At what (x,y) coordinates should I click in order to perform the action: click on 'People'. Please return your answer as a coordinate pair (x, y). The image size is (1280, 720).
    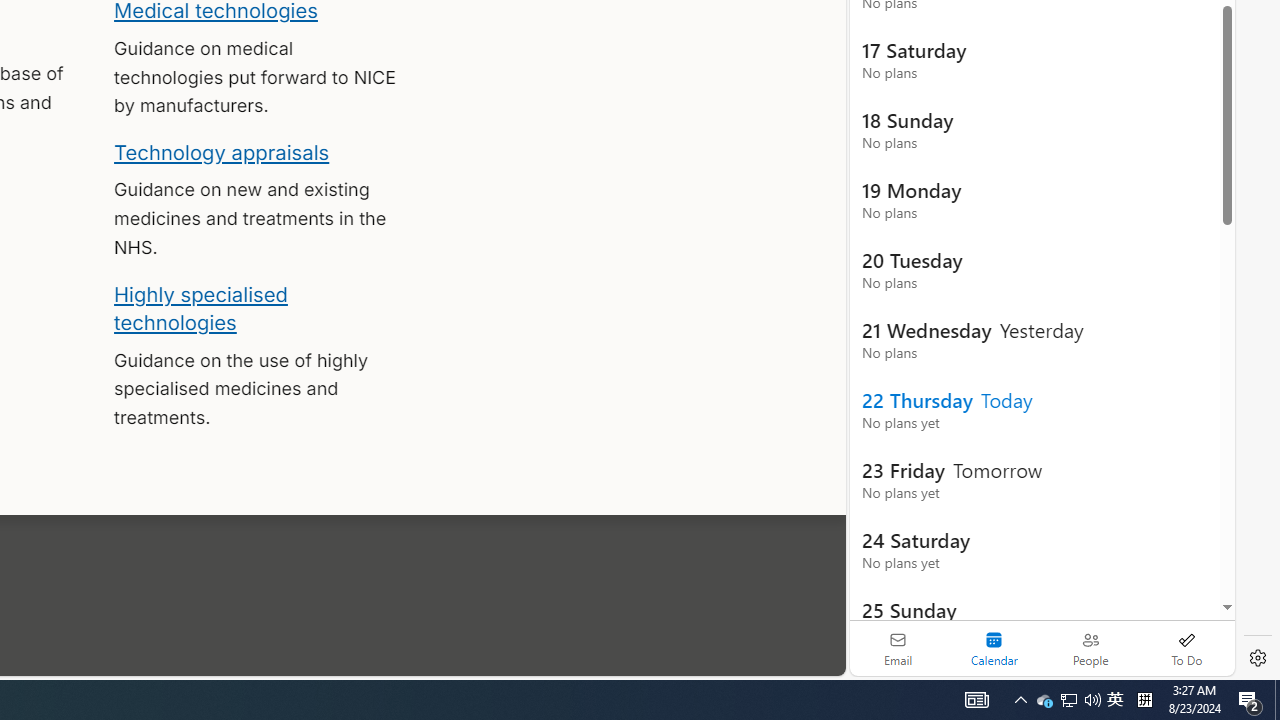
    Looking at the image, I should click on (1089, 648).